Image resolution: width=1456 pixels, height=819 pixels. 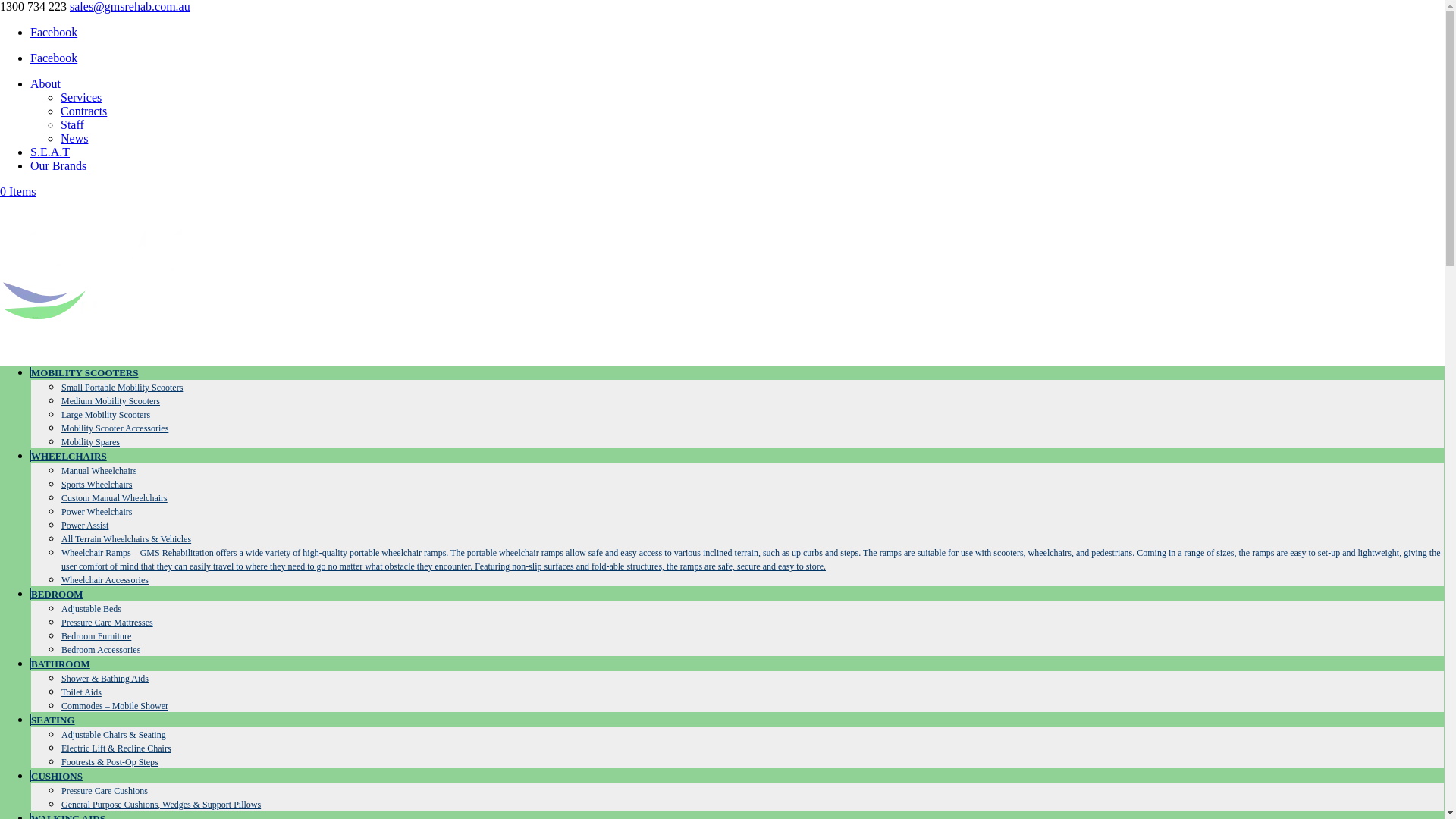 I want to click on 'Services', so click(x=80, y=97).